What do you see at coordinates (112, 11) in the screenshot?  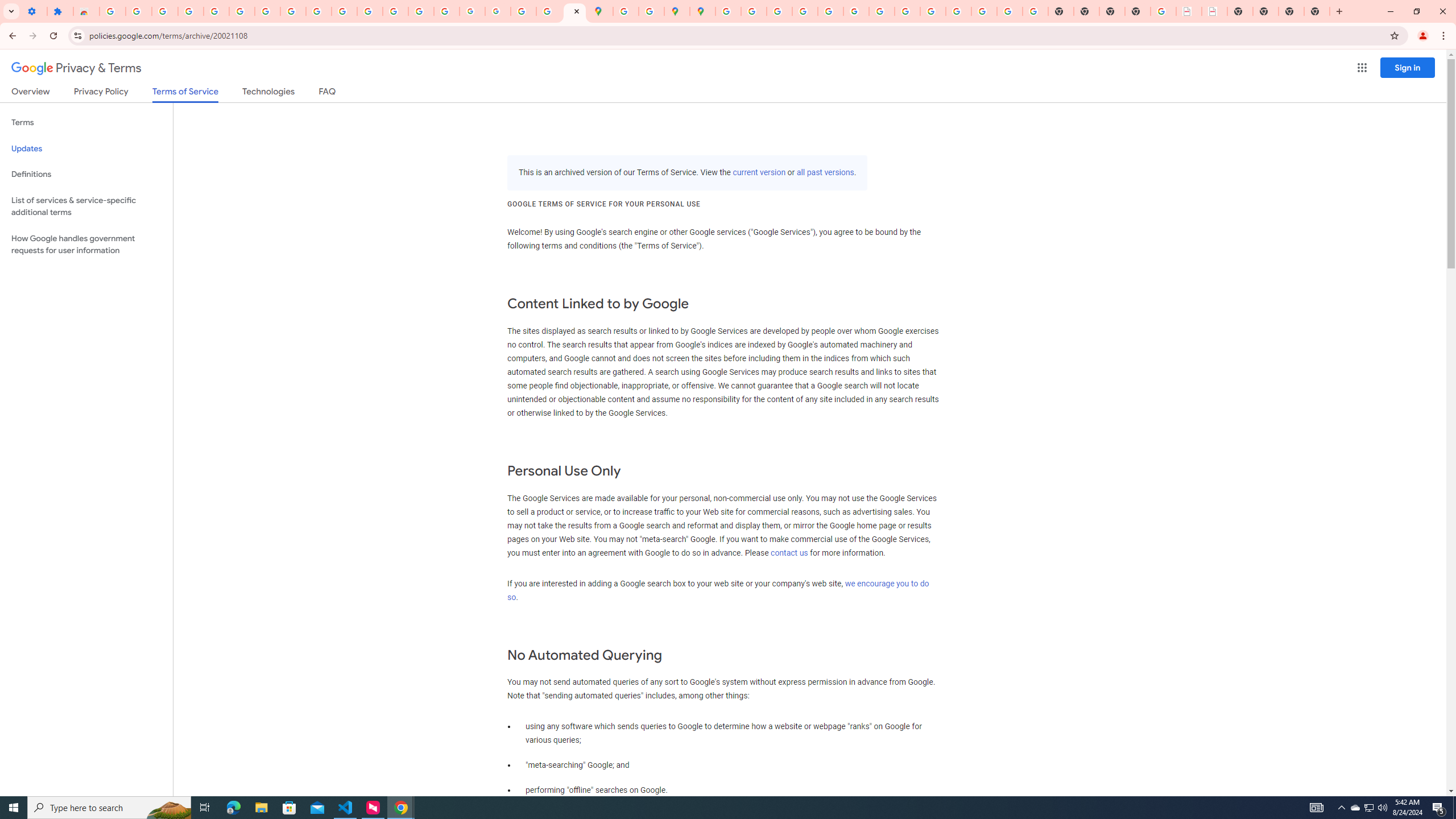 I see `'Sign in - Google Accounts'` at bounding box center [112, 11].